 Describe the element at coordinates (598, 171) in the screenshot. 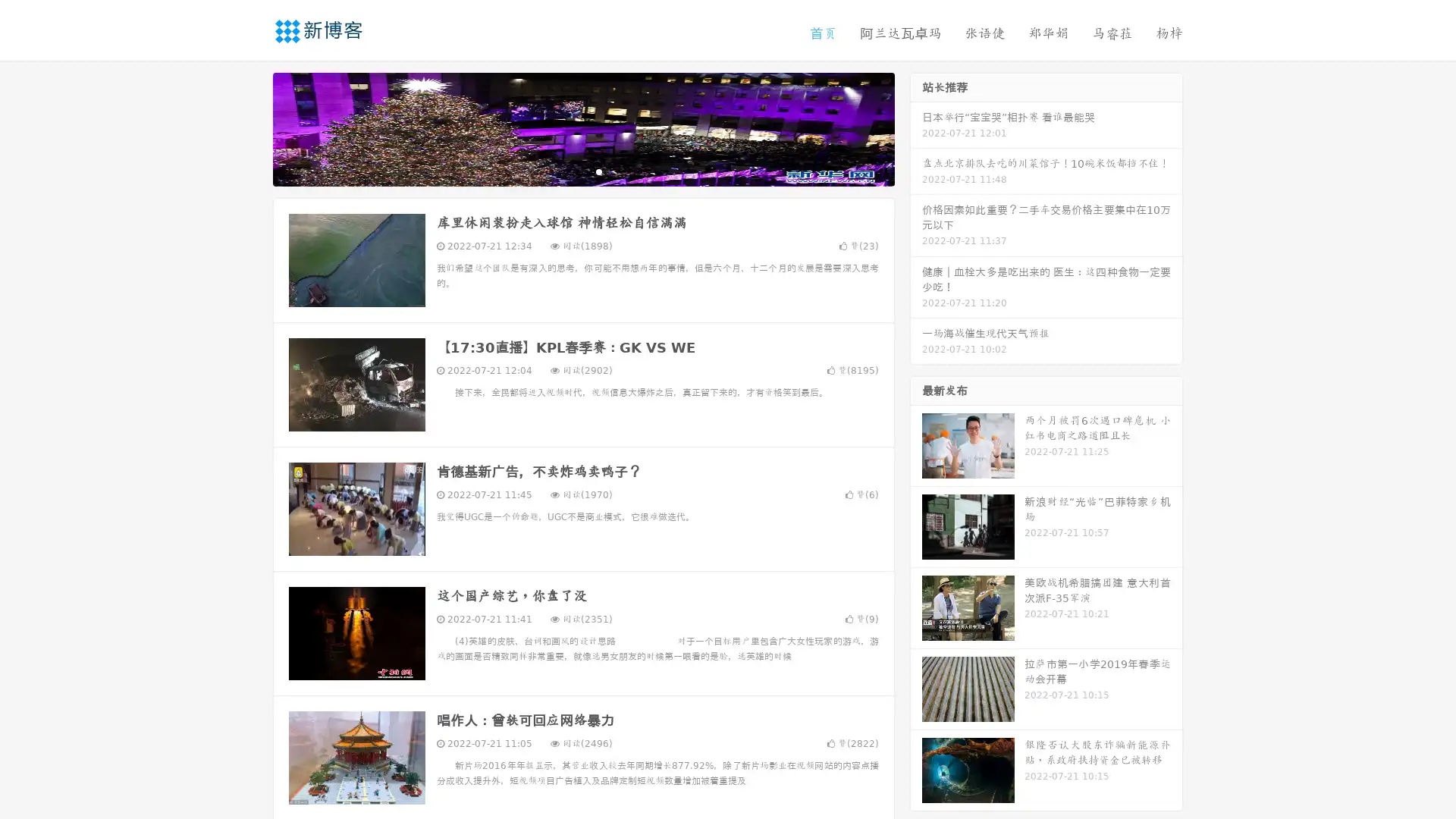

I see `Go to slide 3` at that location.